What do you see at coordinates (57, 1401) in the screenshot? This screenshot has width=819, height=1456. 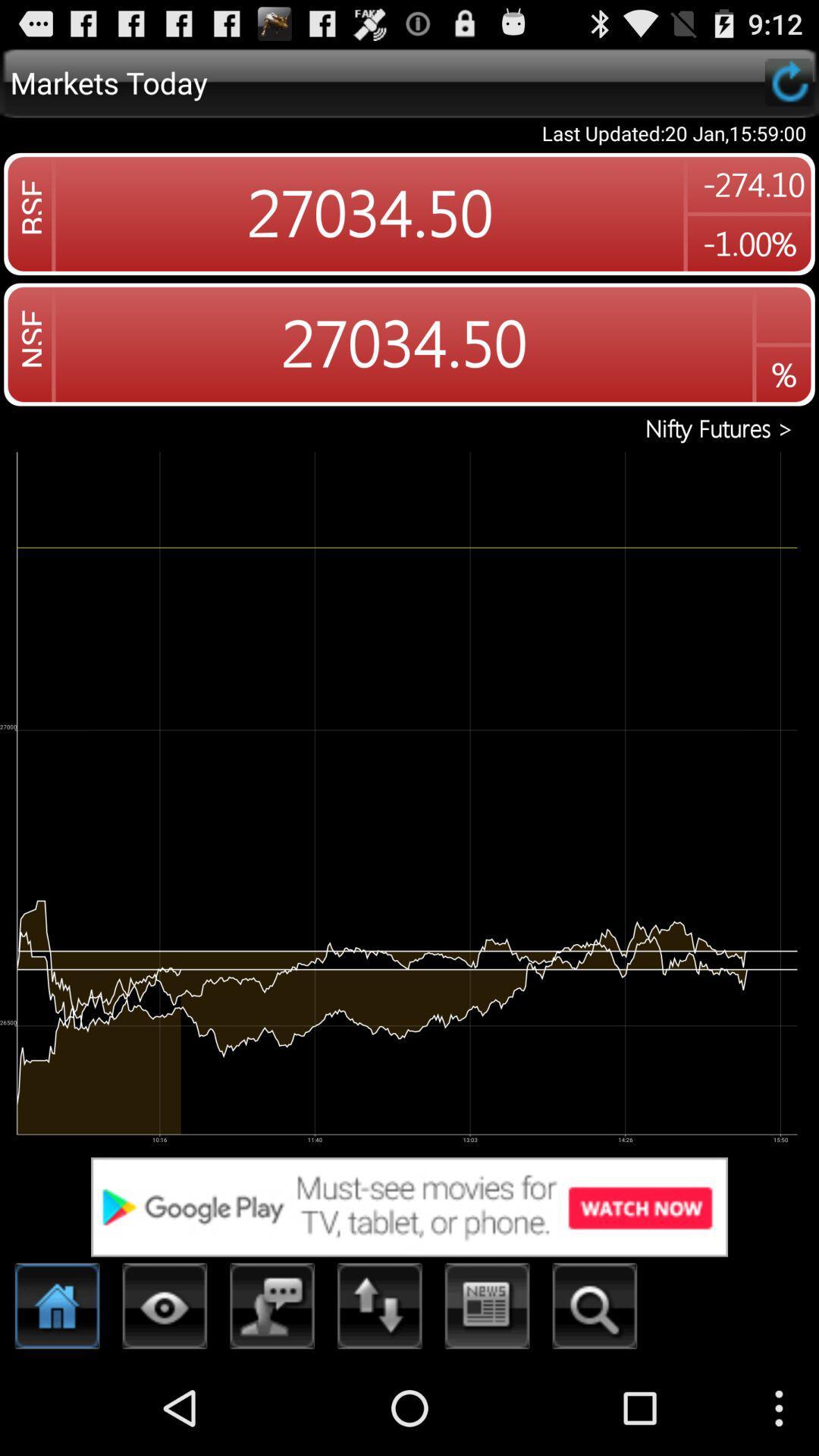 I see `the home icon` at bounding box center [57, 1401].